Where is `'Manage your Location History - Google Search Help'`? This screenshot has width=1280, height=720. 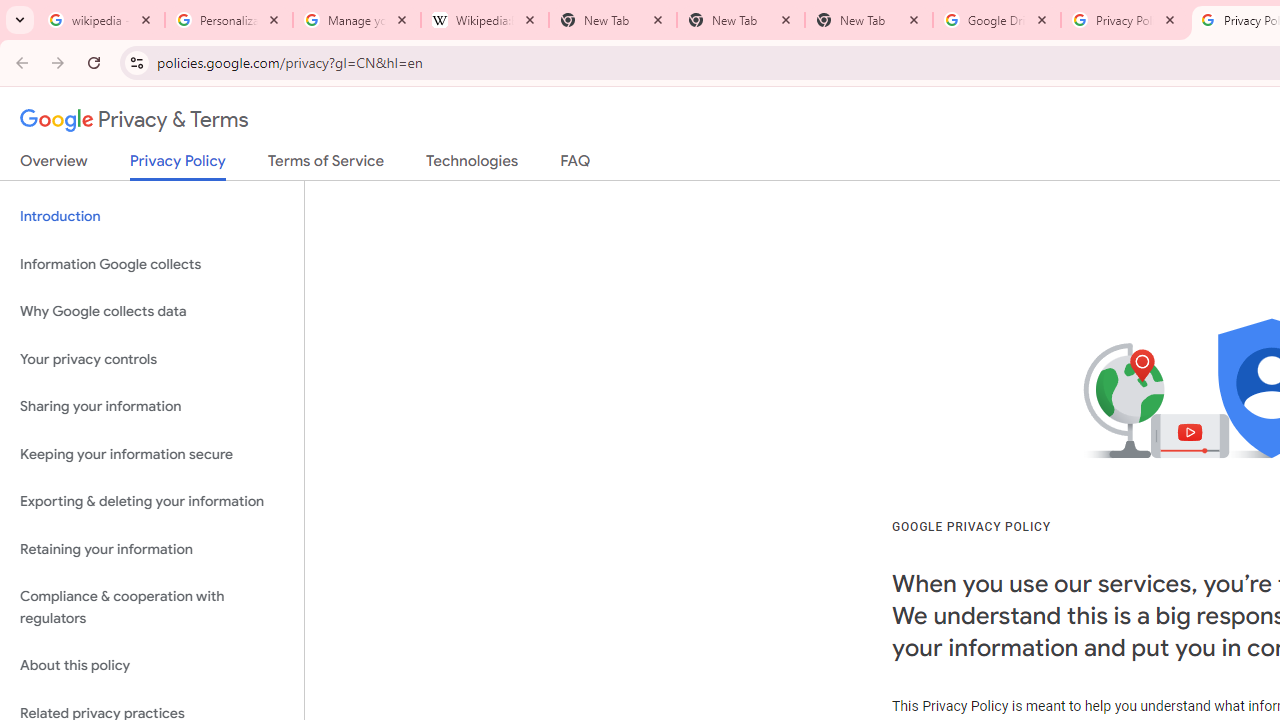 'Manage your Location History - Google Search Help' is located at coordinates (357, 20).